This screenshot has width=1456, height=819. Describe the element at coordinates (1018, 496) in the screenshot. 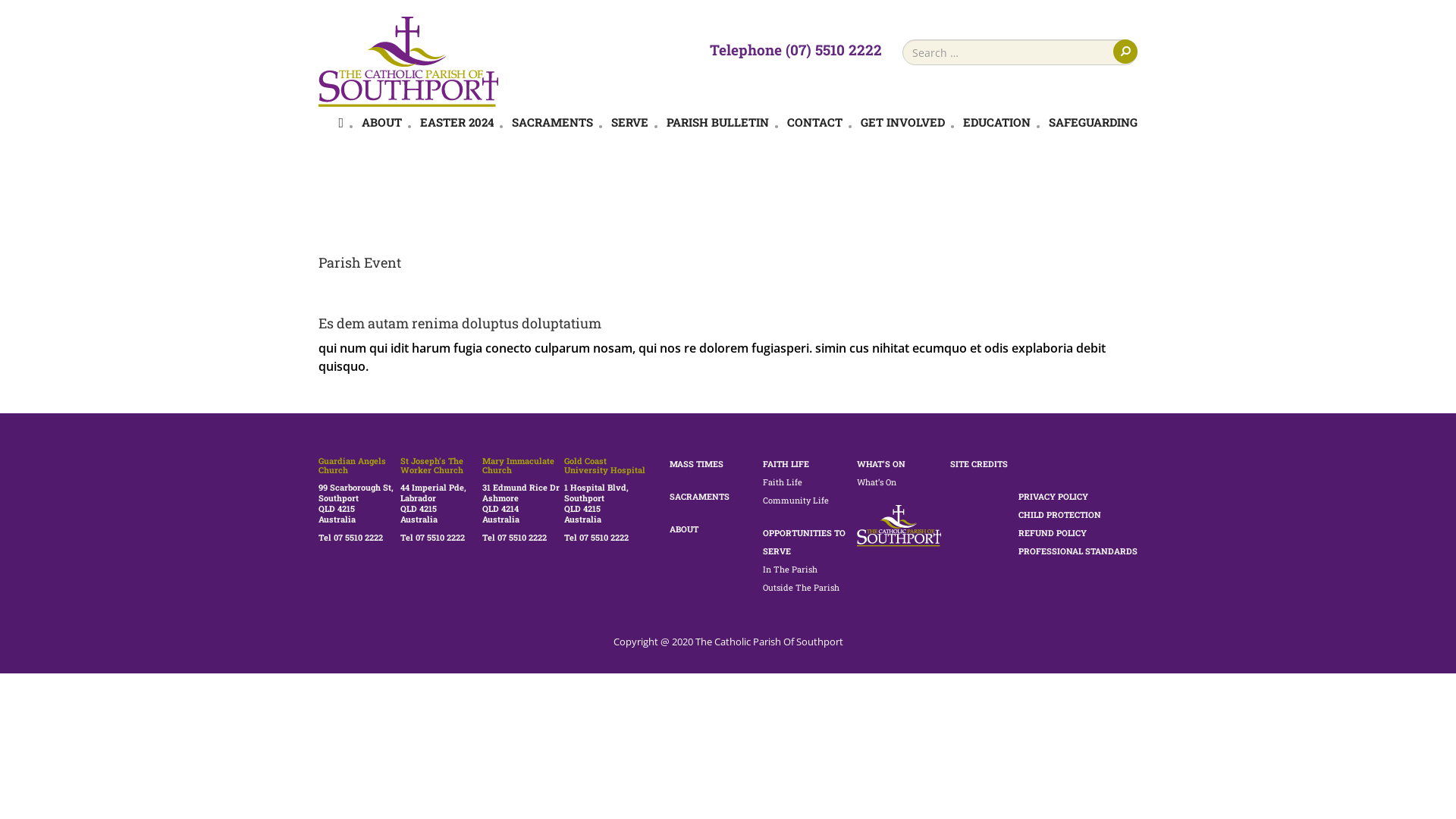

I see `'PRIVACY POLICY'` at that location.